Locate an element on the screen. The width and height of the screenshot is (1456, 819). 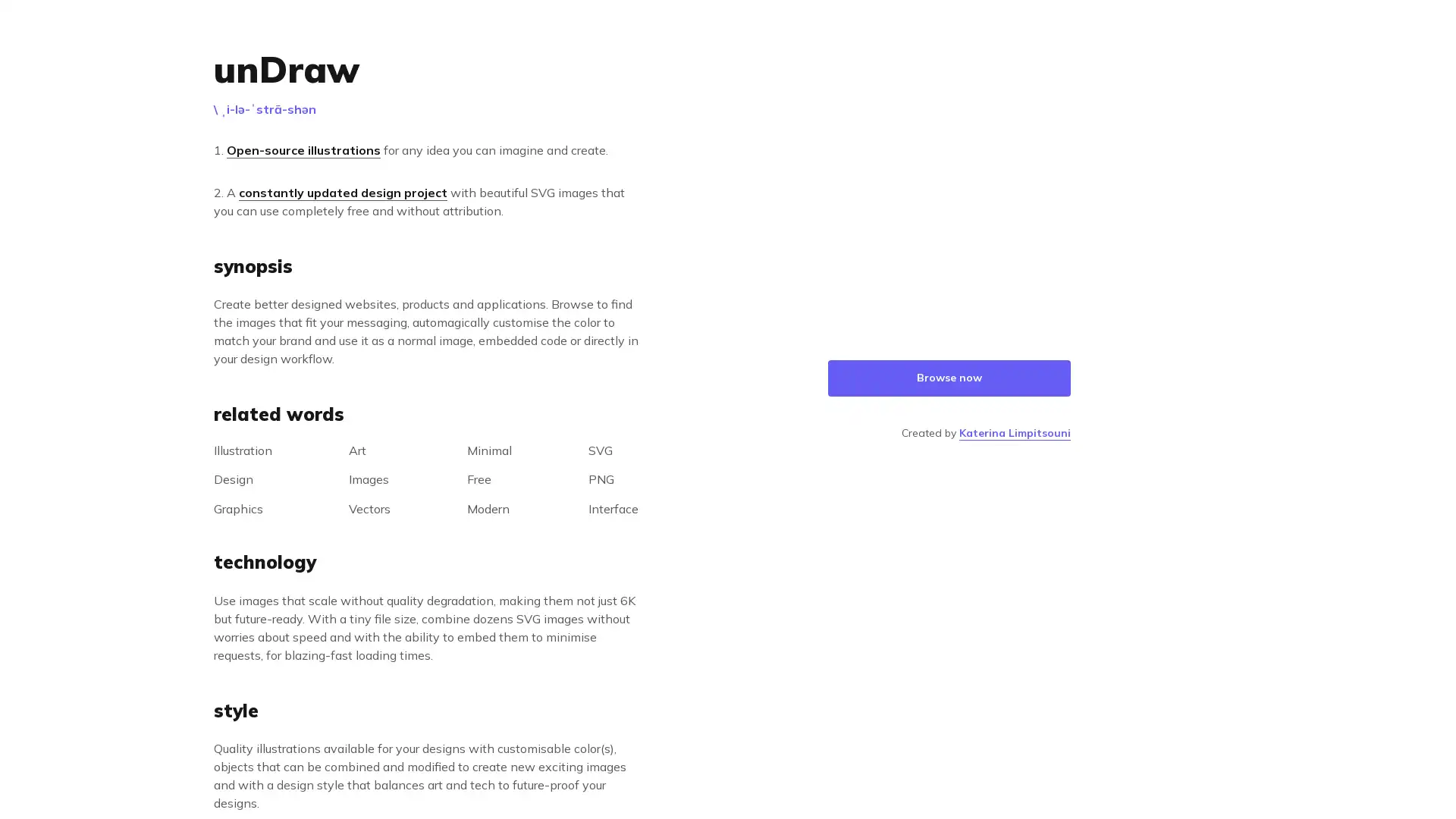
Browse now is located at coordinates (949, 376).